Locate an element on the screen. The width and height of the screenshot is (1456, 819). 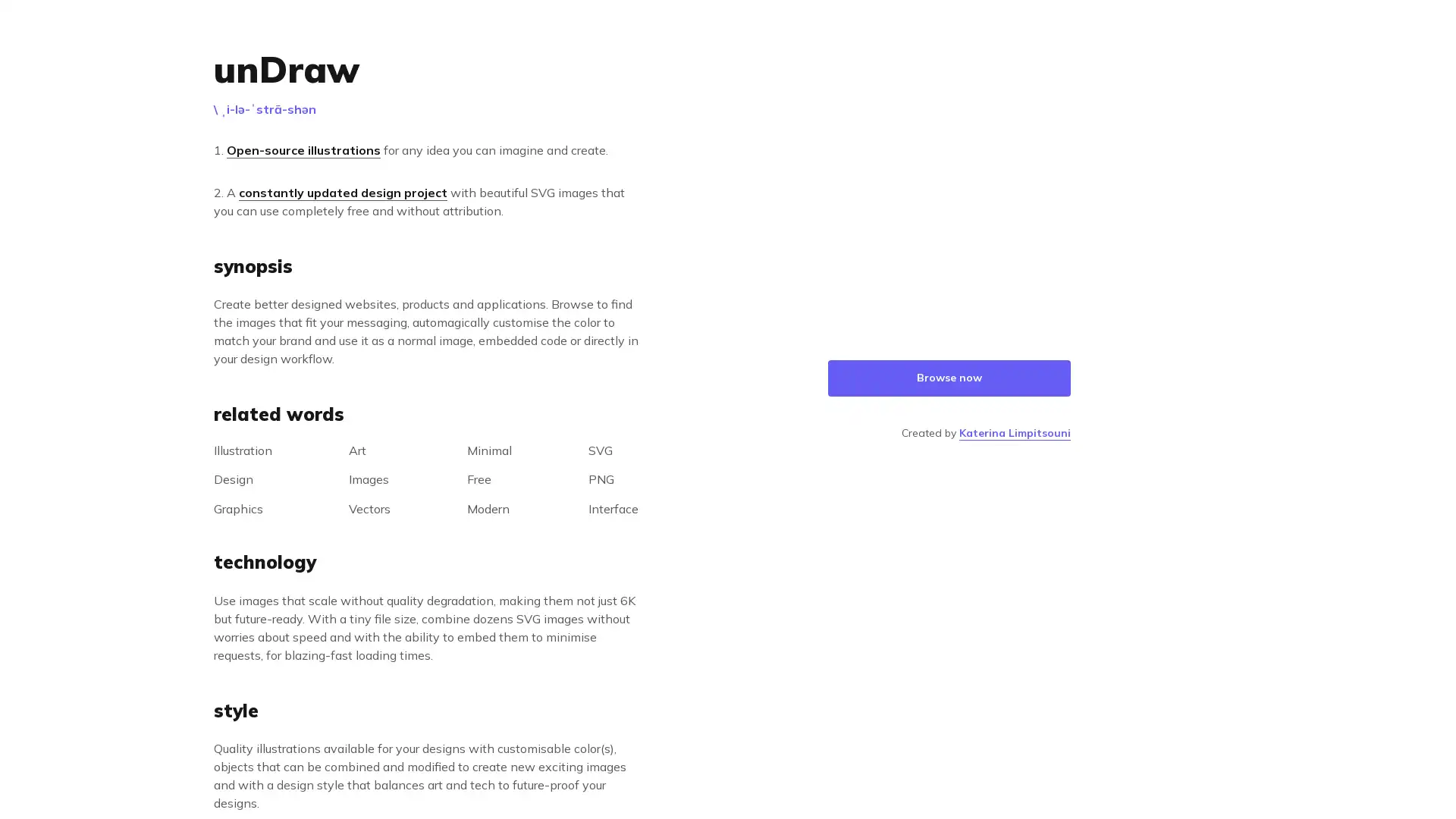
Browse now is located at coordinates (949, 376).